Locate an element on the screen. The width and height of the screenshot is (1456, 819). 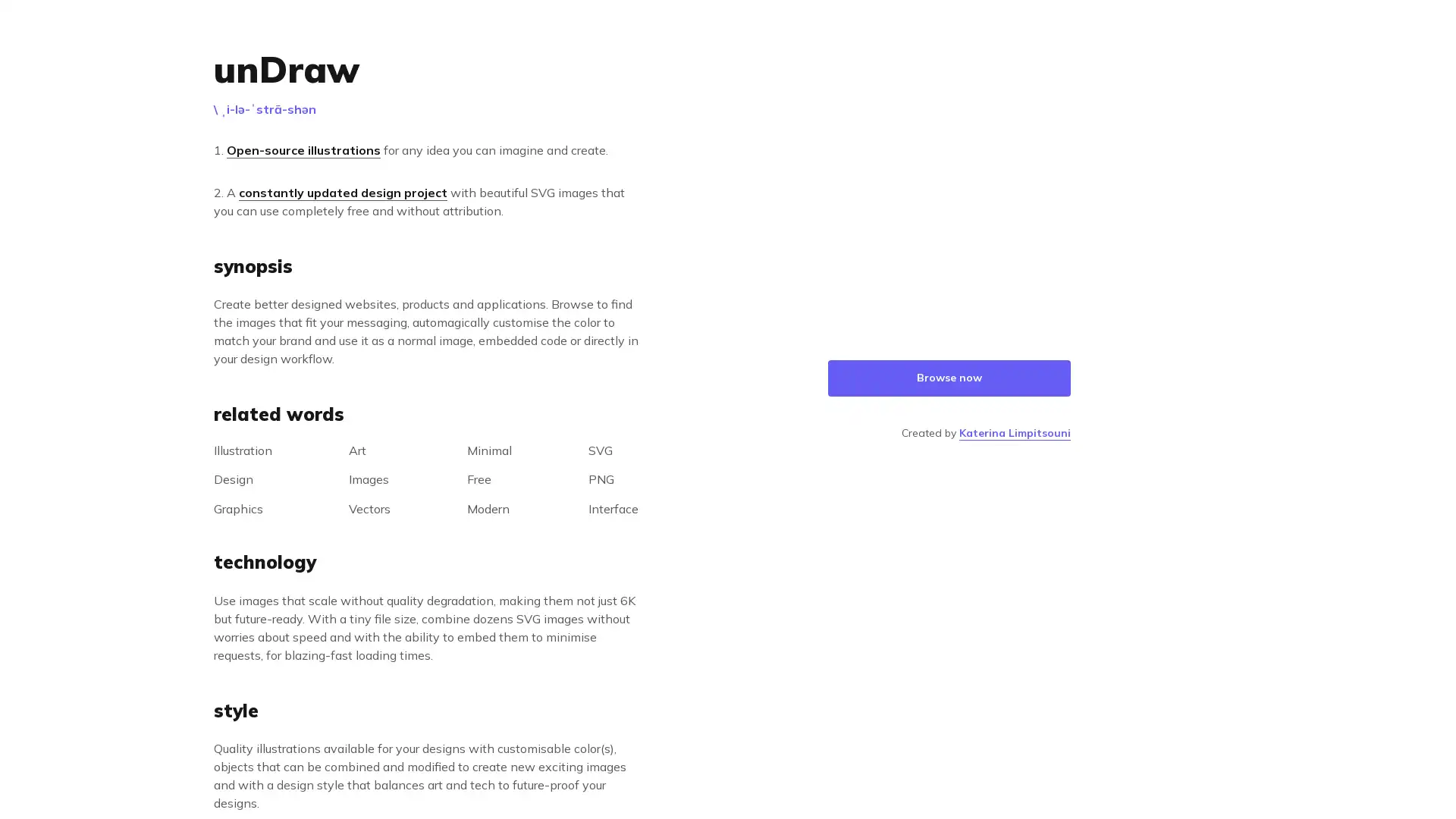
Browse now is located at coordinates (949, 376).